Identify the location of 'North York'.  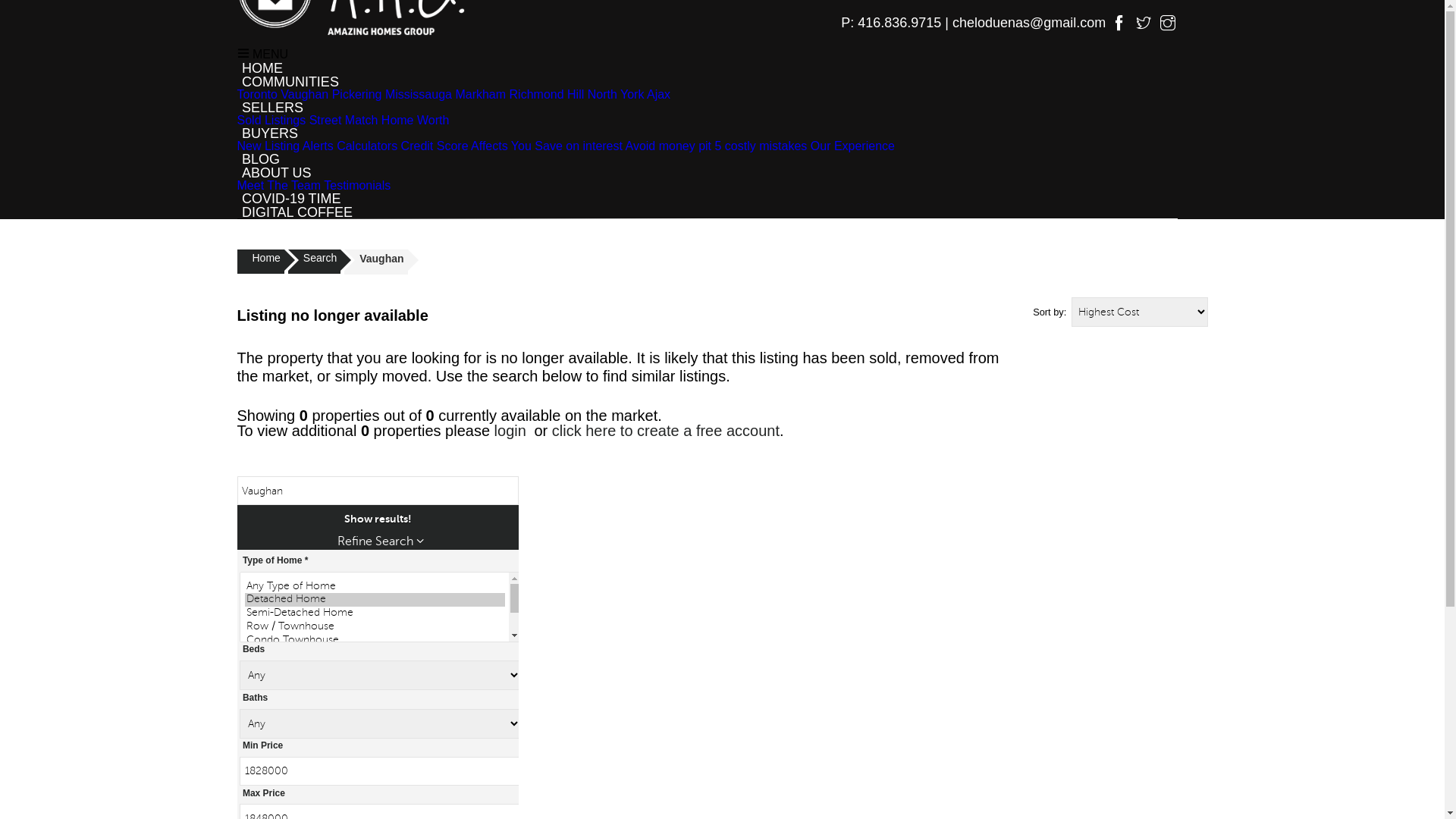
(616, 94).